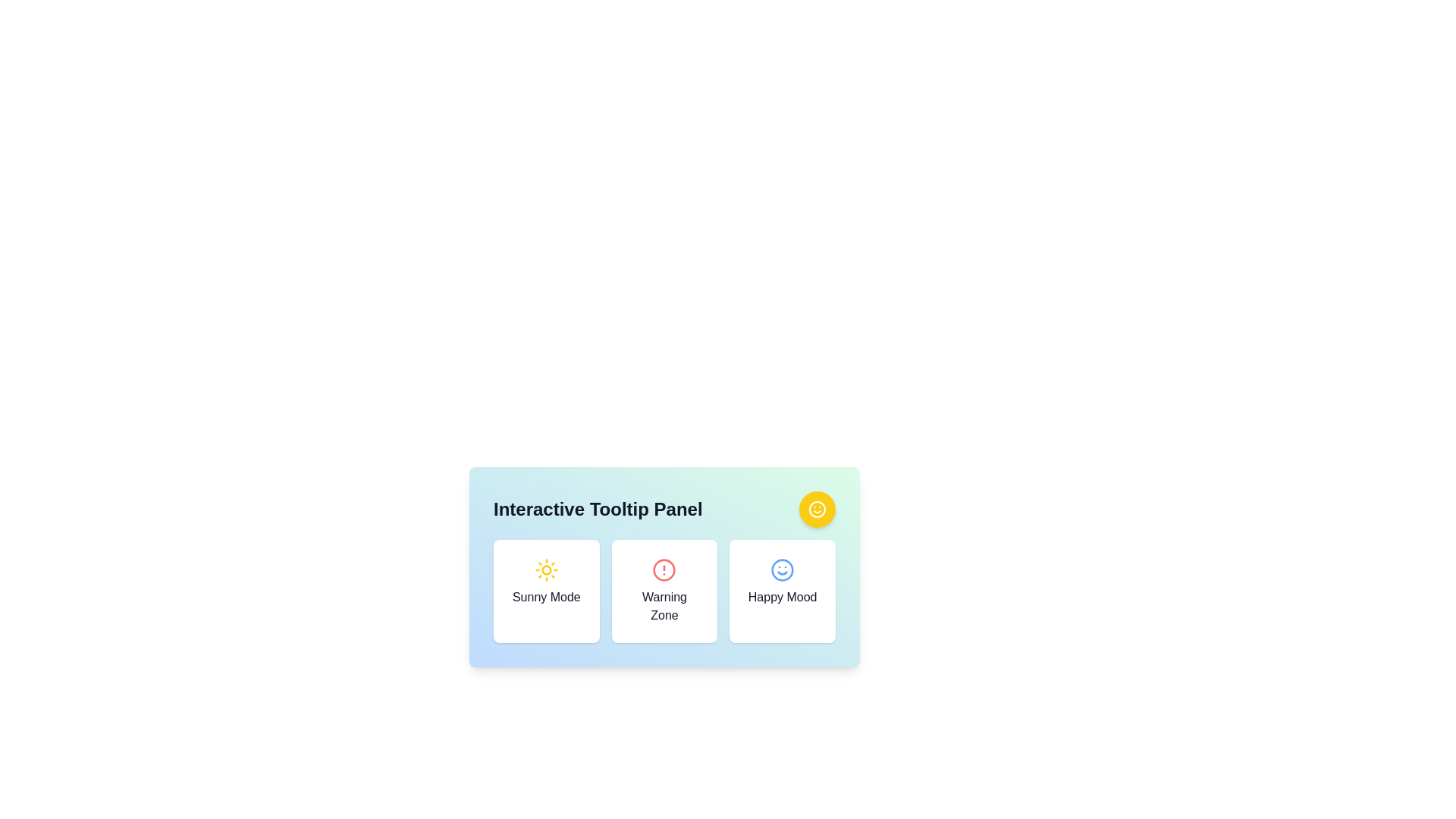 The width and height of the screenshot is (1456, 819). Describe the element at coordinates (783, 570) in the screenshot. I see `the visual design of the circular smiley face icon with a blue outline, located centrally above the text 'Happy Mood'` at that location.